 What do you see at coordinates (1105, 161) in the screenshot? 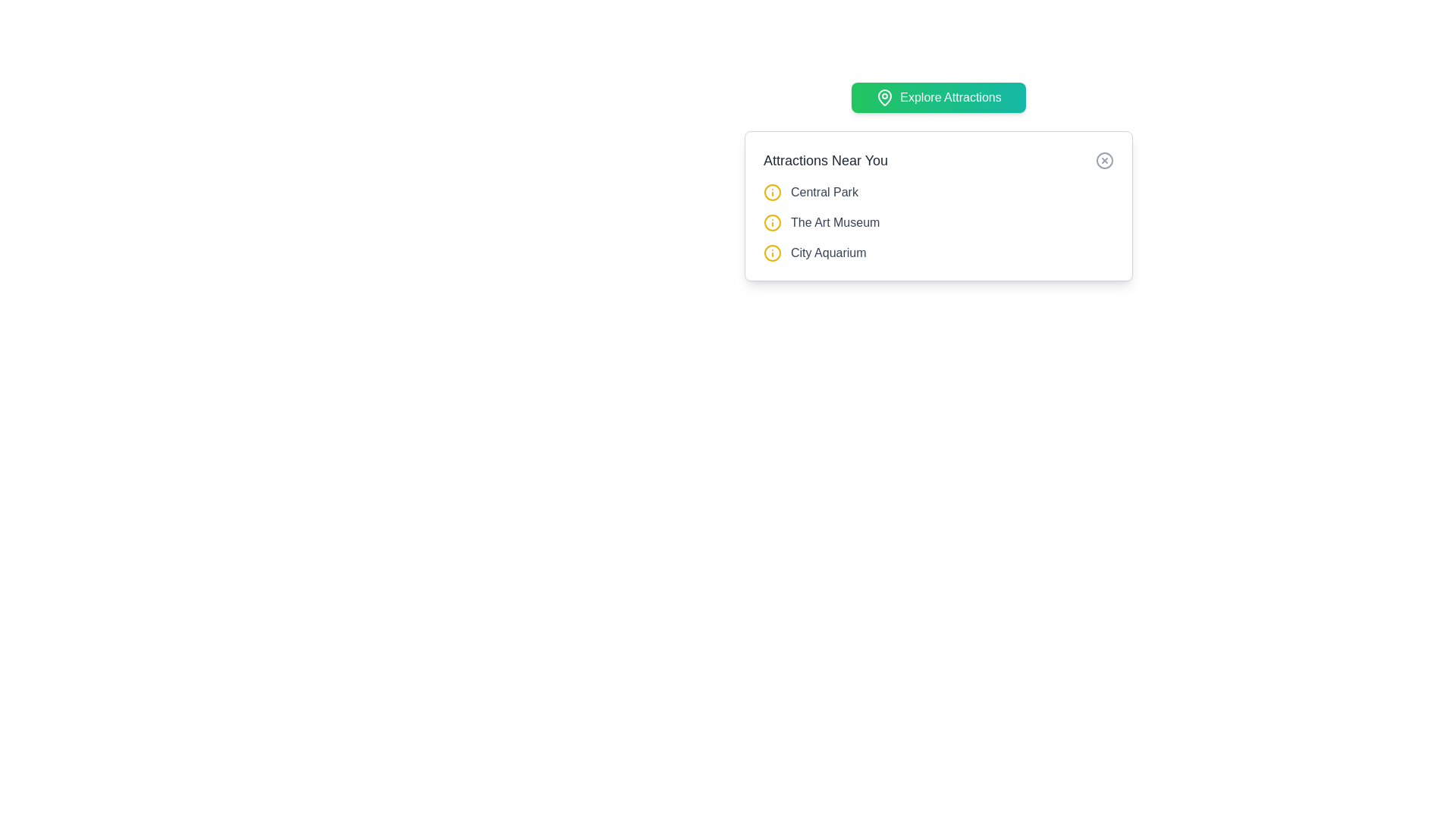
I see `the close icon button located in the top-right corner of the 'Attractions Near You' card` at bounding box center [1105, 161].